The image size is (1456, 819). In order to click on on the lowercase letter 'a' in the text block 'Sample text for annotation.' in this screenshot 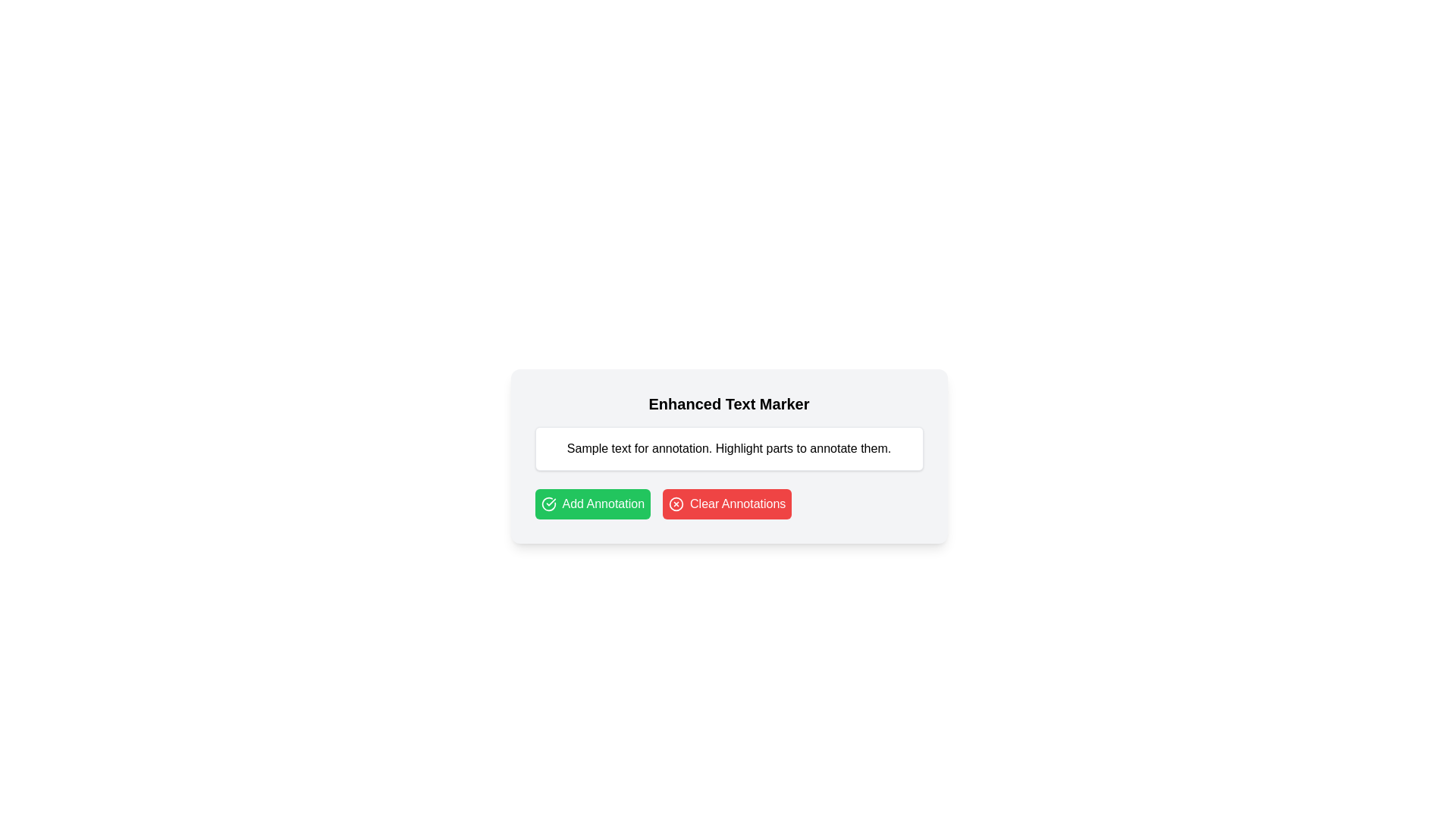, I will do `click(655, 447)`.